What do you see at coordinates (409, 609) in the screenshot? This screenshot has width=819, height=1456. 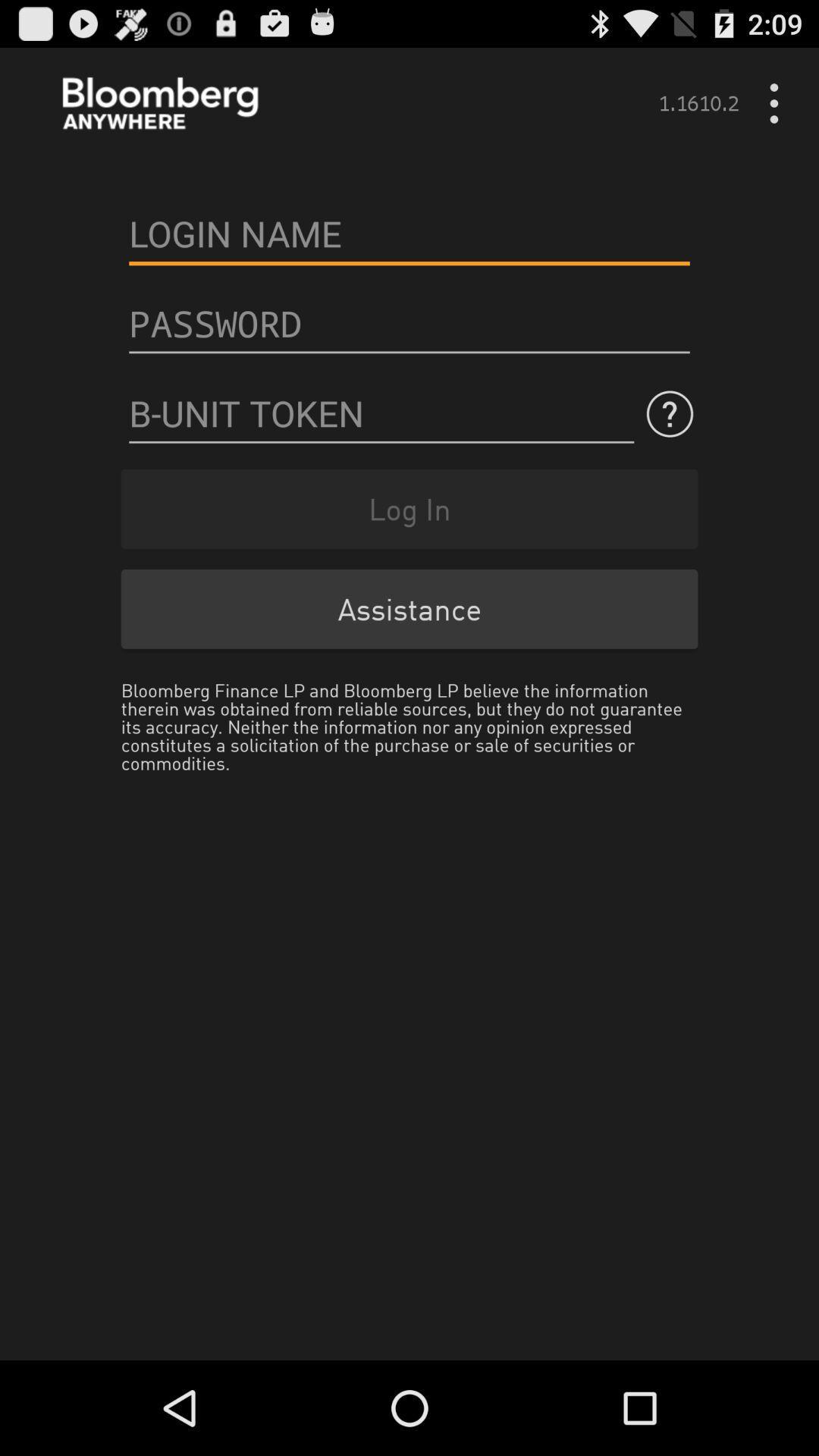 I see `the item below log in item` at bounding box center [409, 609].